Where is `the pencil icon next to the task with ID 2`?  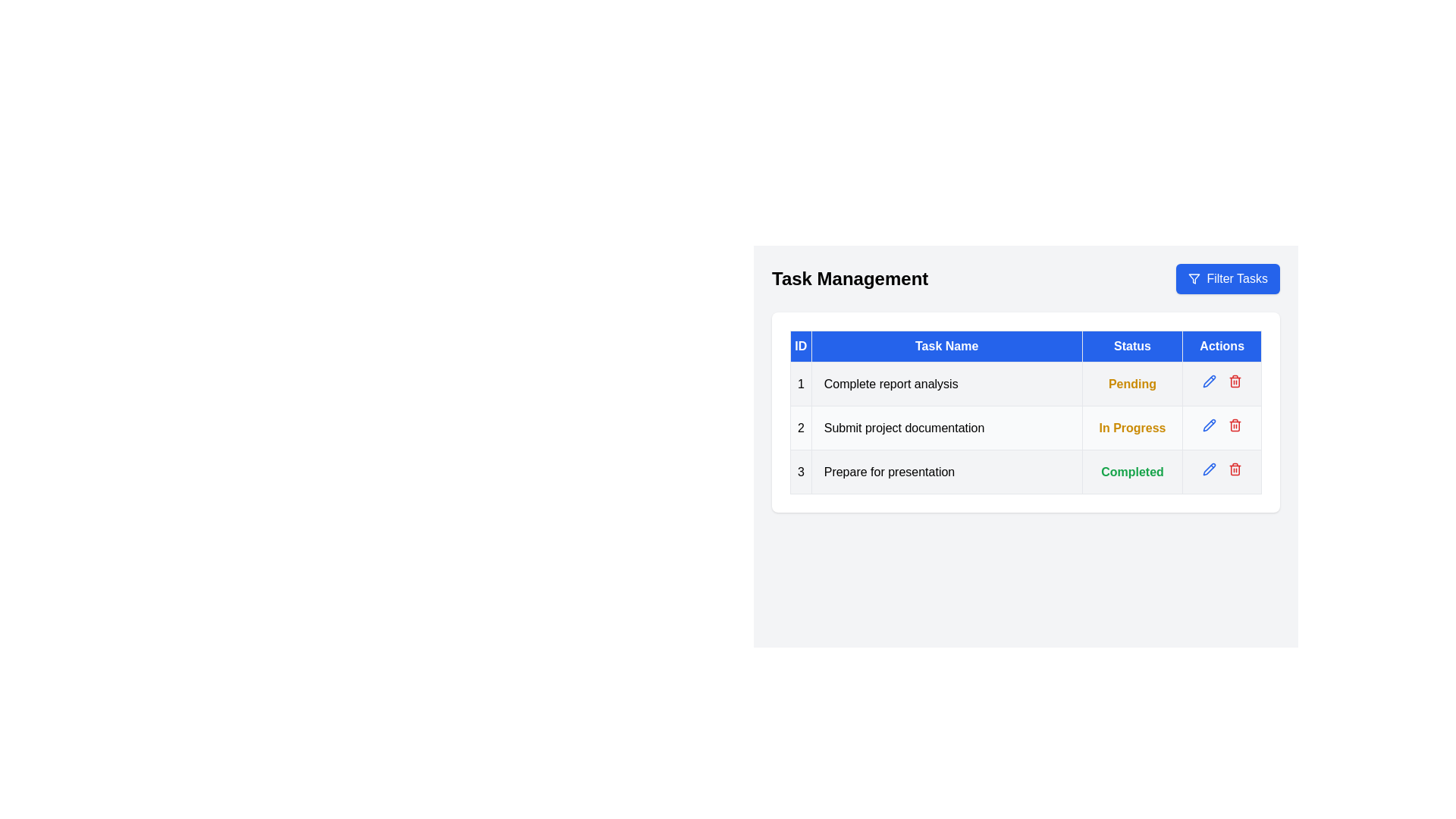 the pencil icon next to the task with ID 2 is located at coordinates (1208, 425).